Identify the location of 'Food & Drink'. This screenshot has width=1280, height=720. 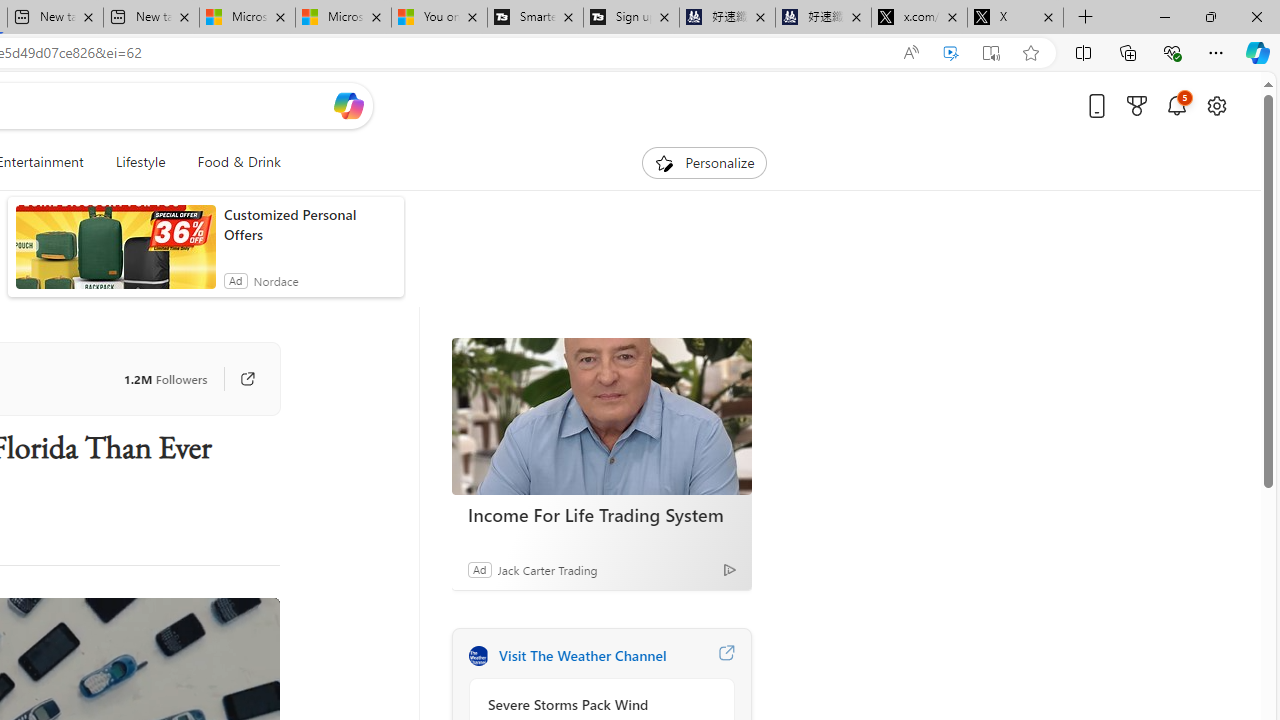
(231, 162).